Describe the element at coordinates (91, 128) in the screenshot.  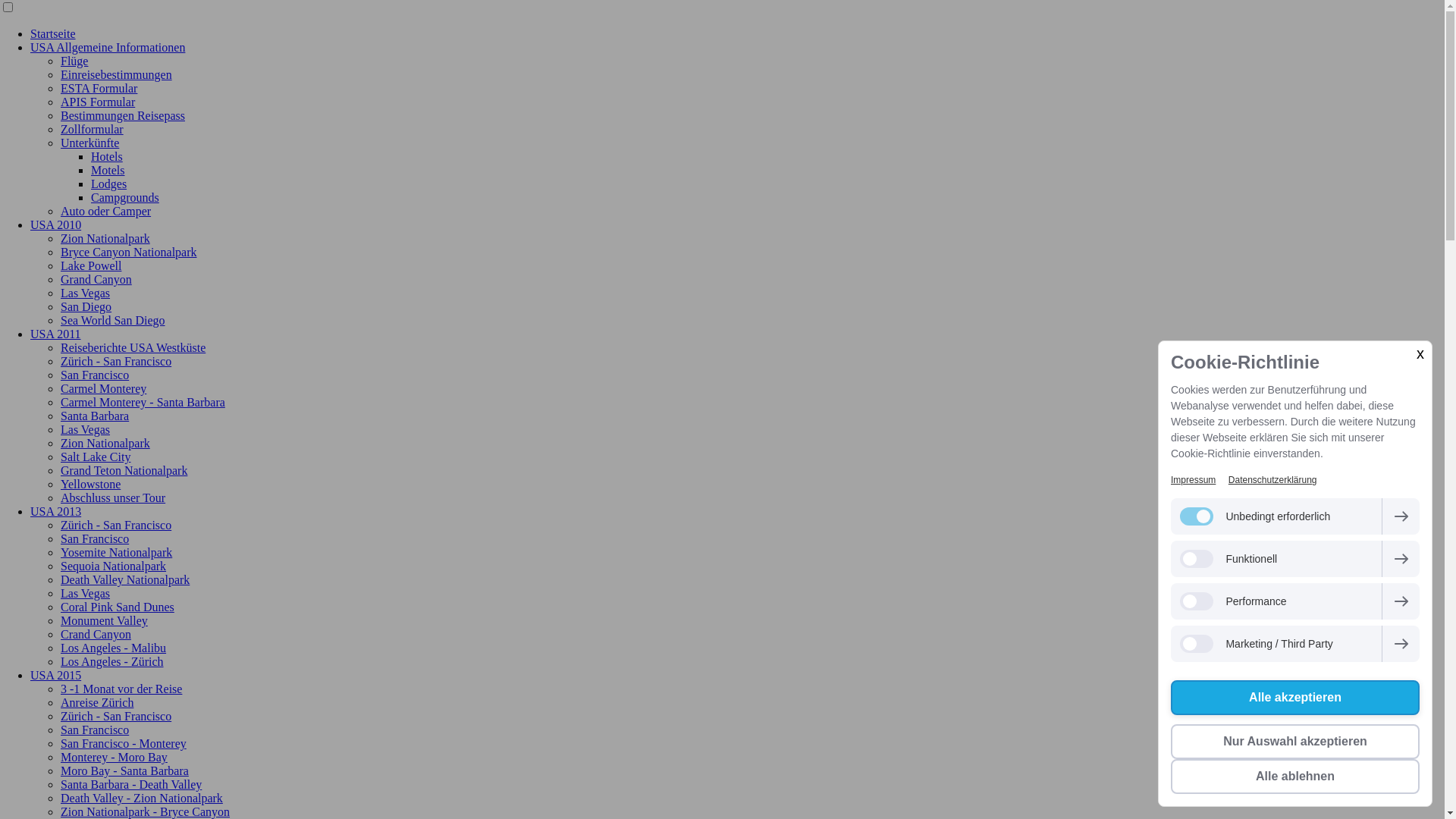
I see `'Zollformular'` at that location.